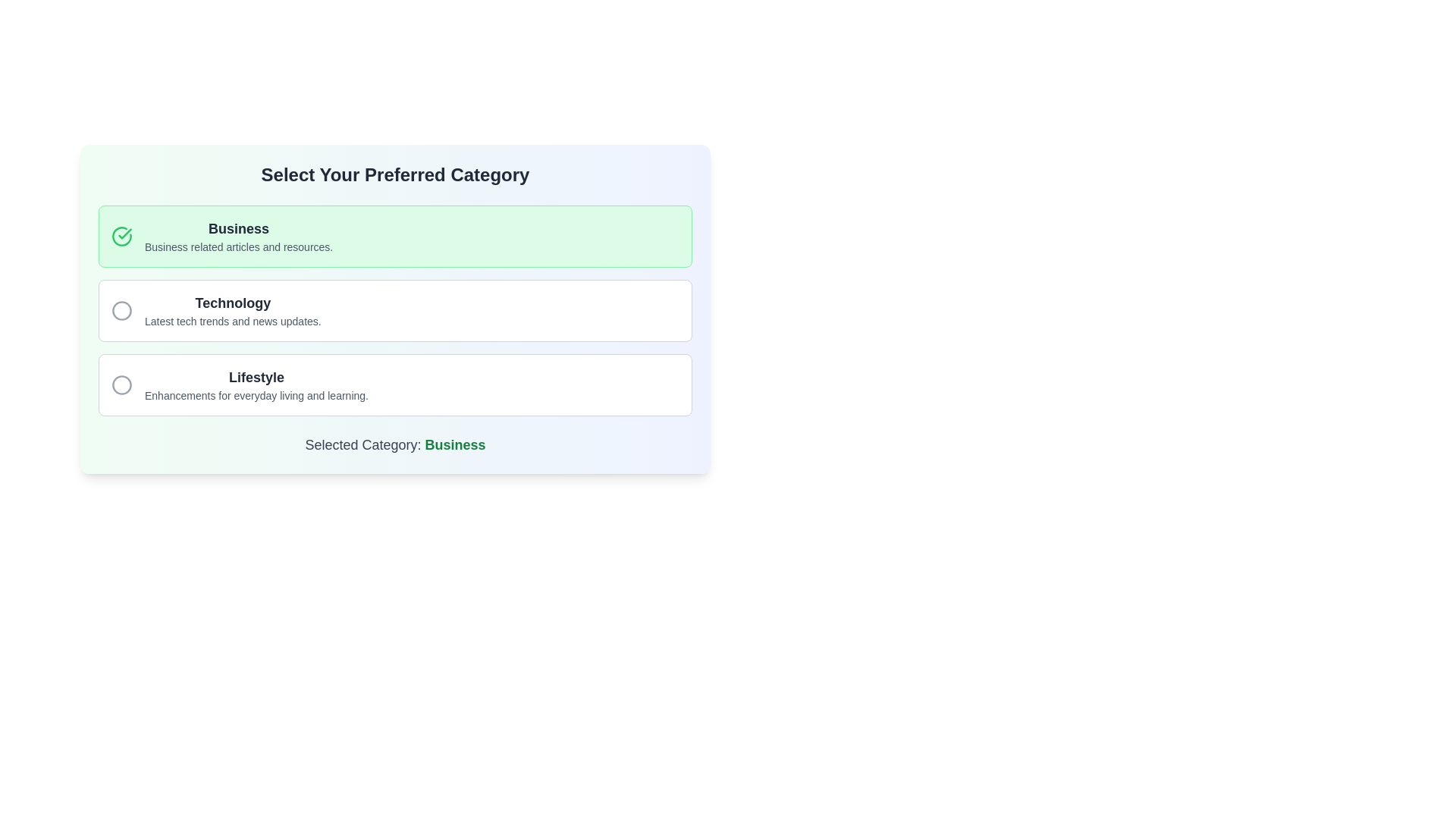  What do you see at coordinates (238, 246) in the screenshot?
I see `the Text Label displaying 'Business related articles and resources.' which is positioned below the title 'Business'` at bounding box center [238, 246].